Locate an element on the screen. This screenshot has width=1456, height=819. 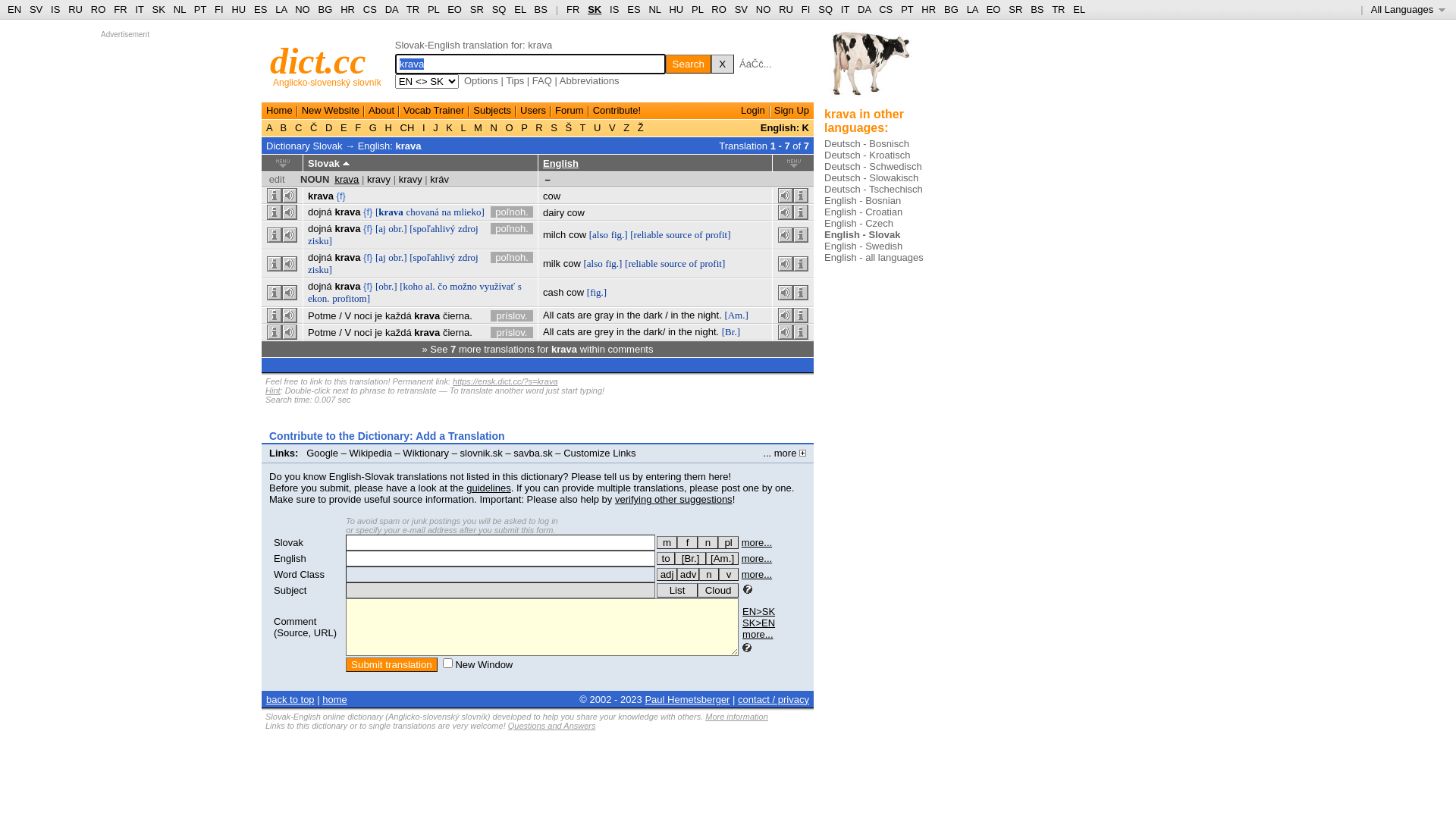
'cow' is located at coordinates (575, 212).